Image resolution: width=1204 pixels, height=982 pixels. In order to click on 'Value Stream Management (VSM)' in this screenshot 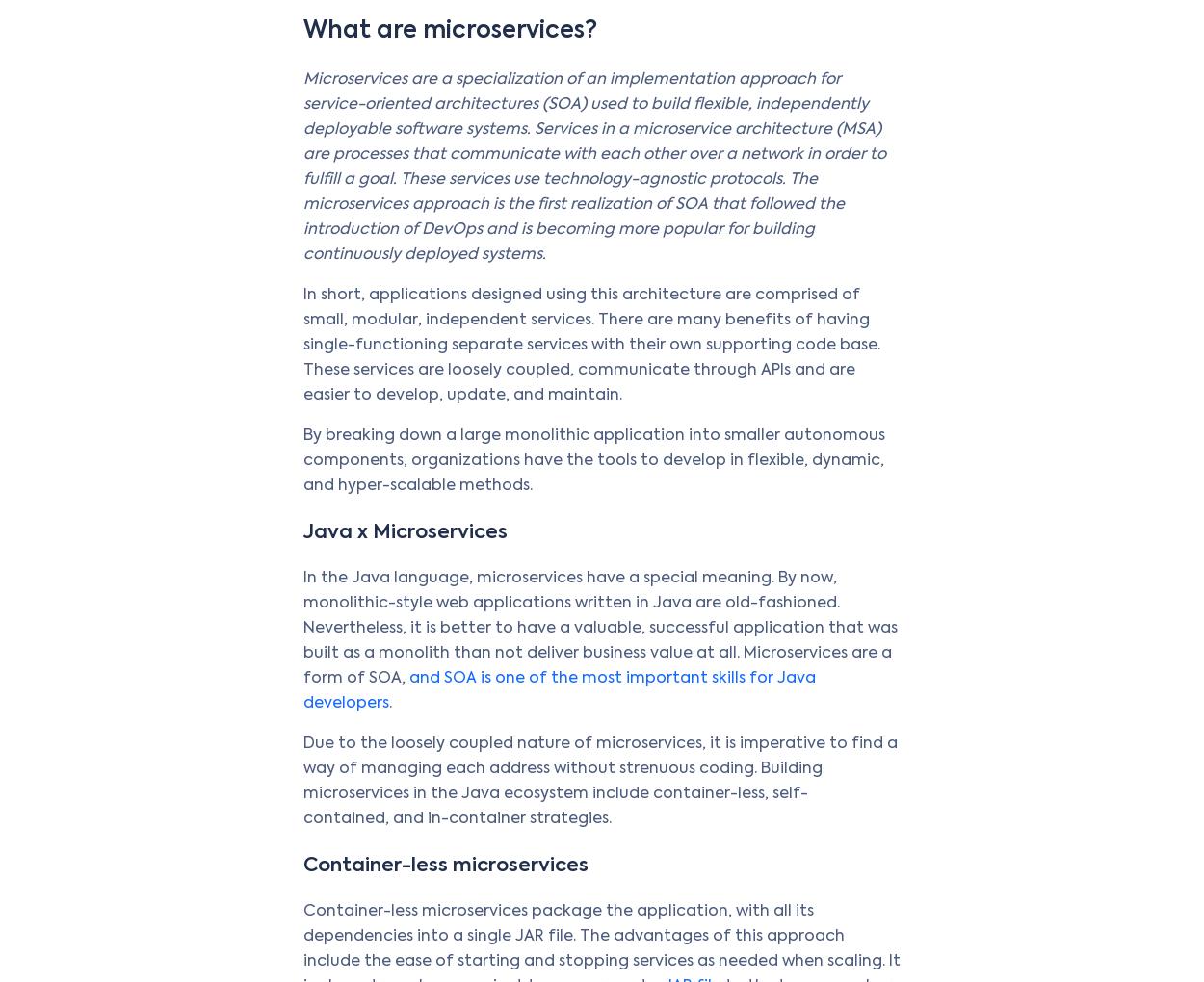, I will do `click(384, 527)`.